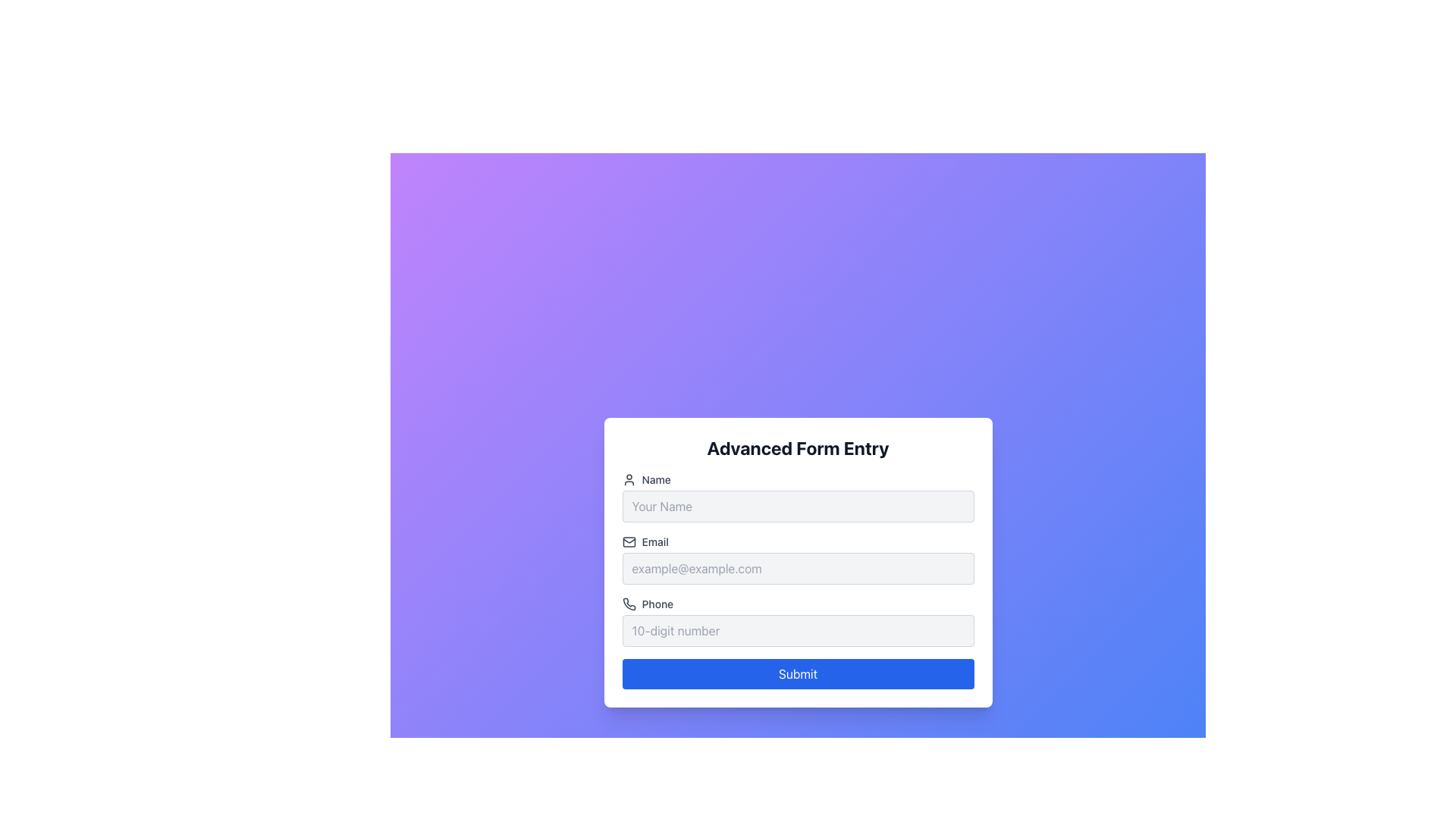  What do you see at coordinates (629, 541) in the screenshot?
I see `the email input icon located to the left of the 'Email' label in the form section` at bounding box center [629, 541].